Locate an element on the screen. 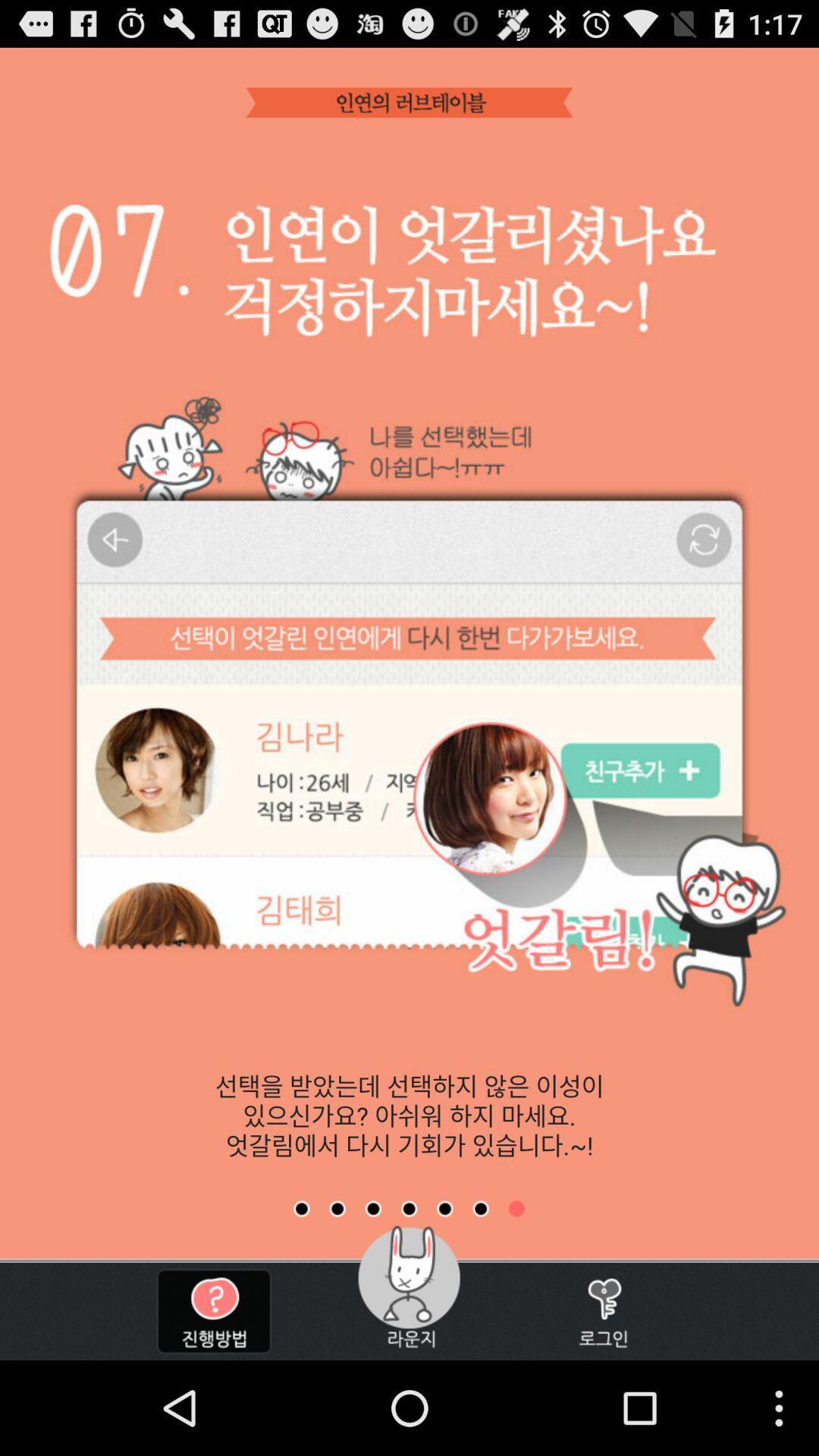 Image resolution: width=819 pixels, height=1456 pixels. go back is located at coordinates (408, 1208).